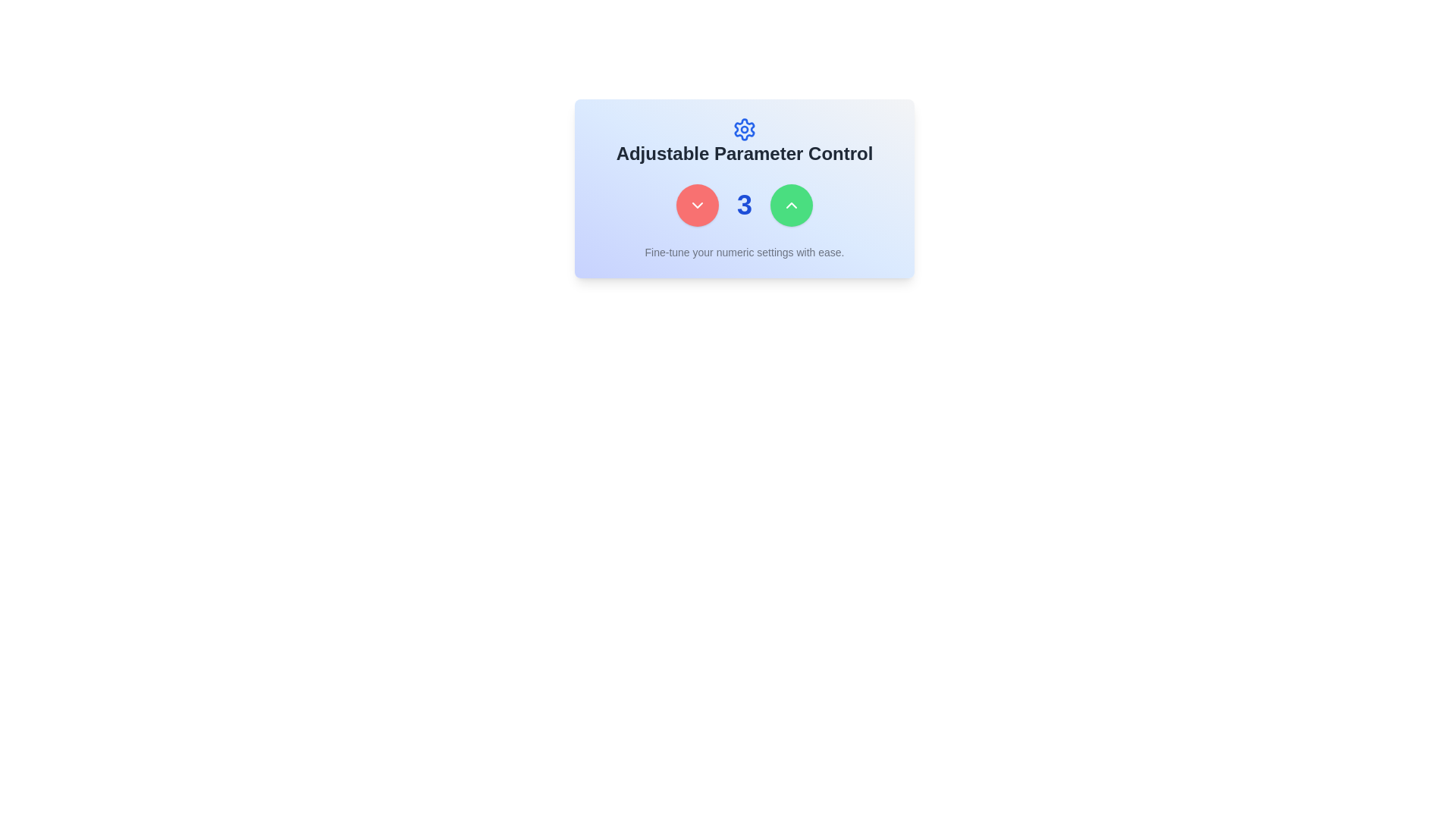  Describe the element at coordinates (745, 128) in the screenshot. I see `the gear icon with a blue outline located above the text 'Adjustable Parameter Control'` at that location.